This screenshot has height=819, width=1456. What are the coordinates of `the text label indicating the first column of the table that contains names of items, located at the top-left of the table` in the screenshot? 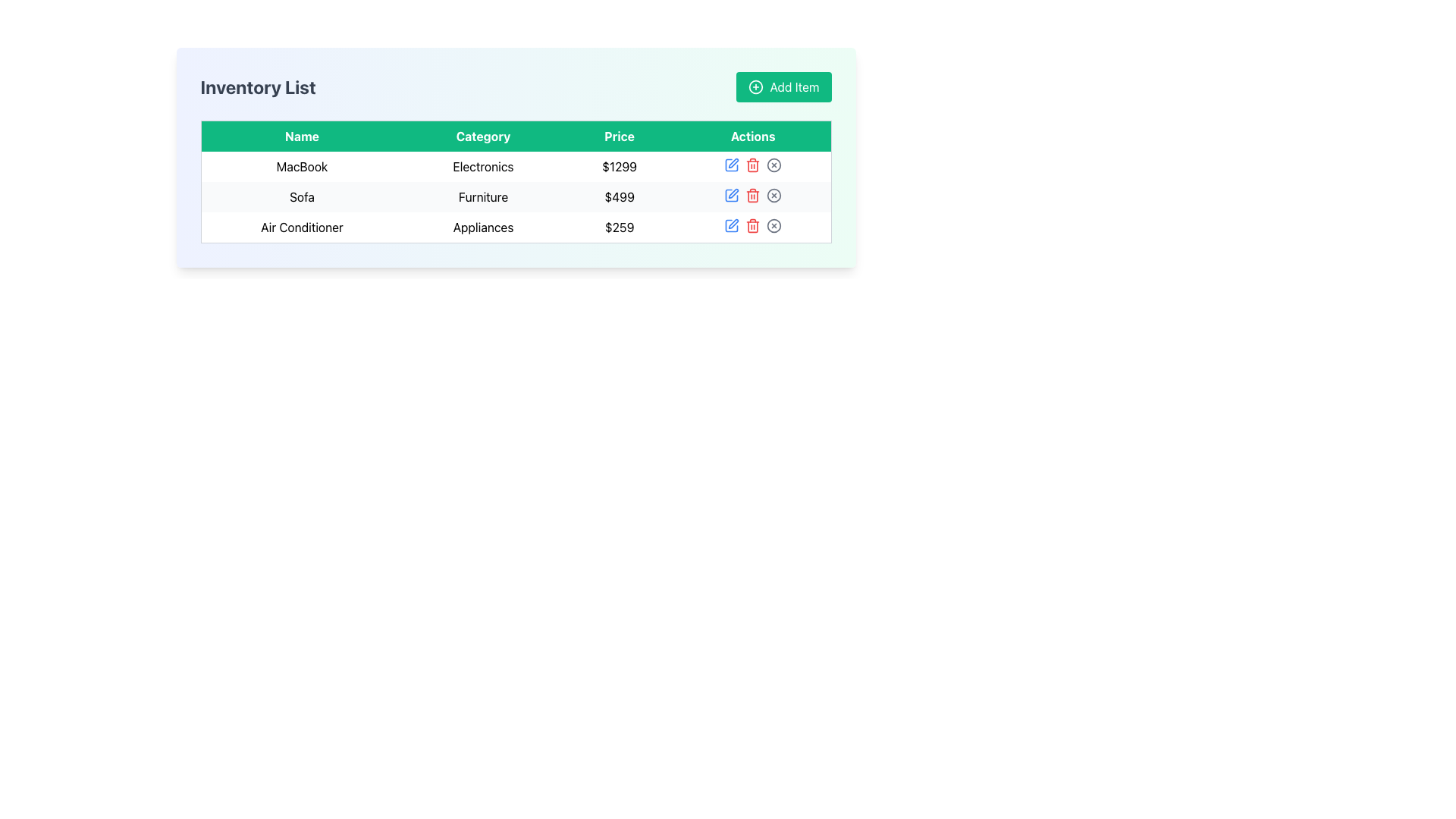 It's located at (302, 135).